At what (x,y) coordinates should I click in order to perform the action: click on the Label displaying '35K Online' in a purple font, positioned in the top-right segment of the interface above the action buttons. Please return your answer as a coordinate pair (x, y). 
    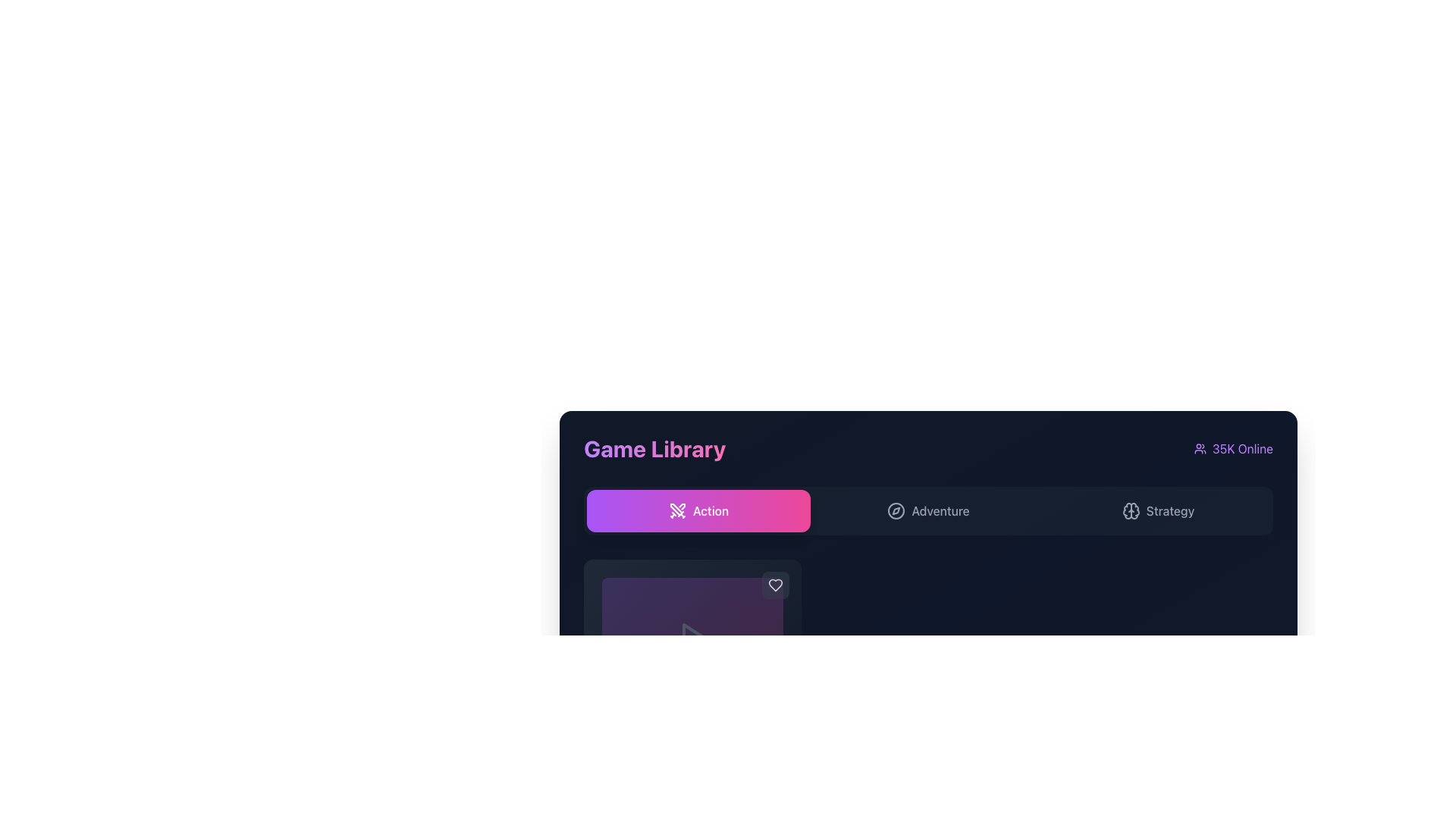
    Looking at the image, I should click on (1234, 447).